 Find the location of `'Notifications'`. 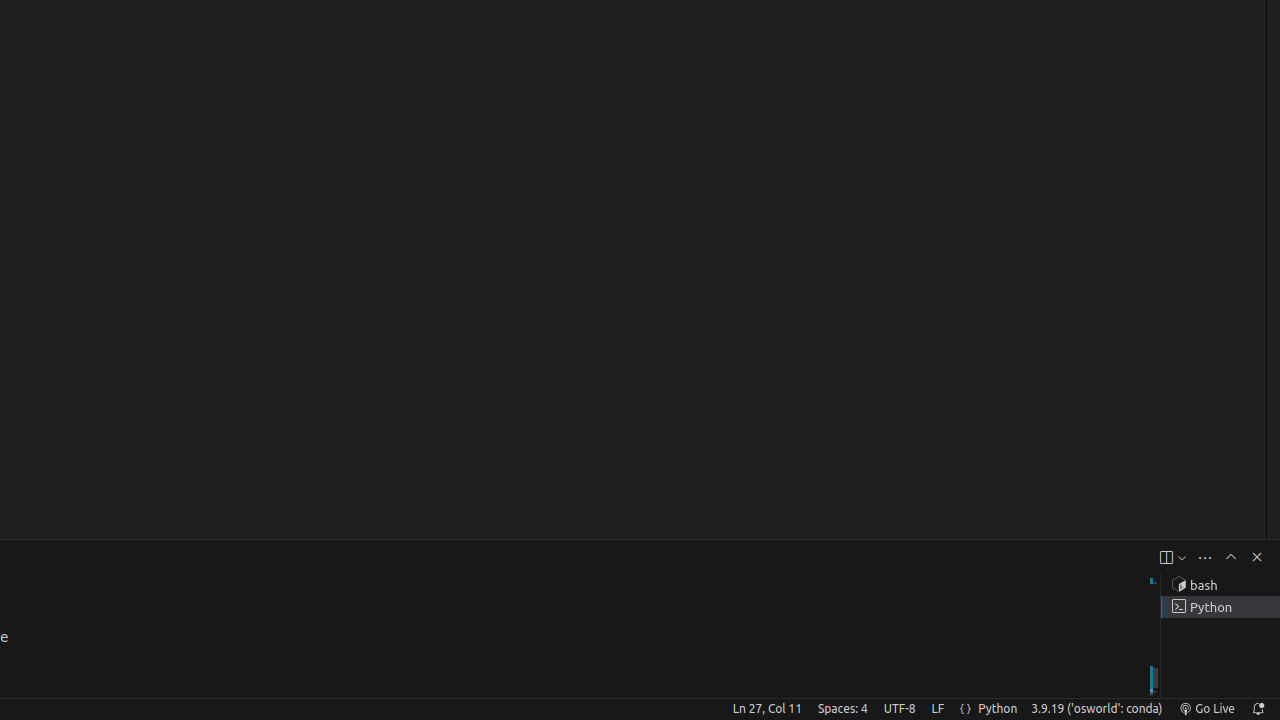

'Notifications' is located at coordinates (1256, 707).